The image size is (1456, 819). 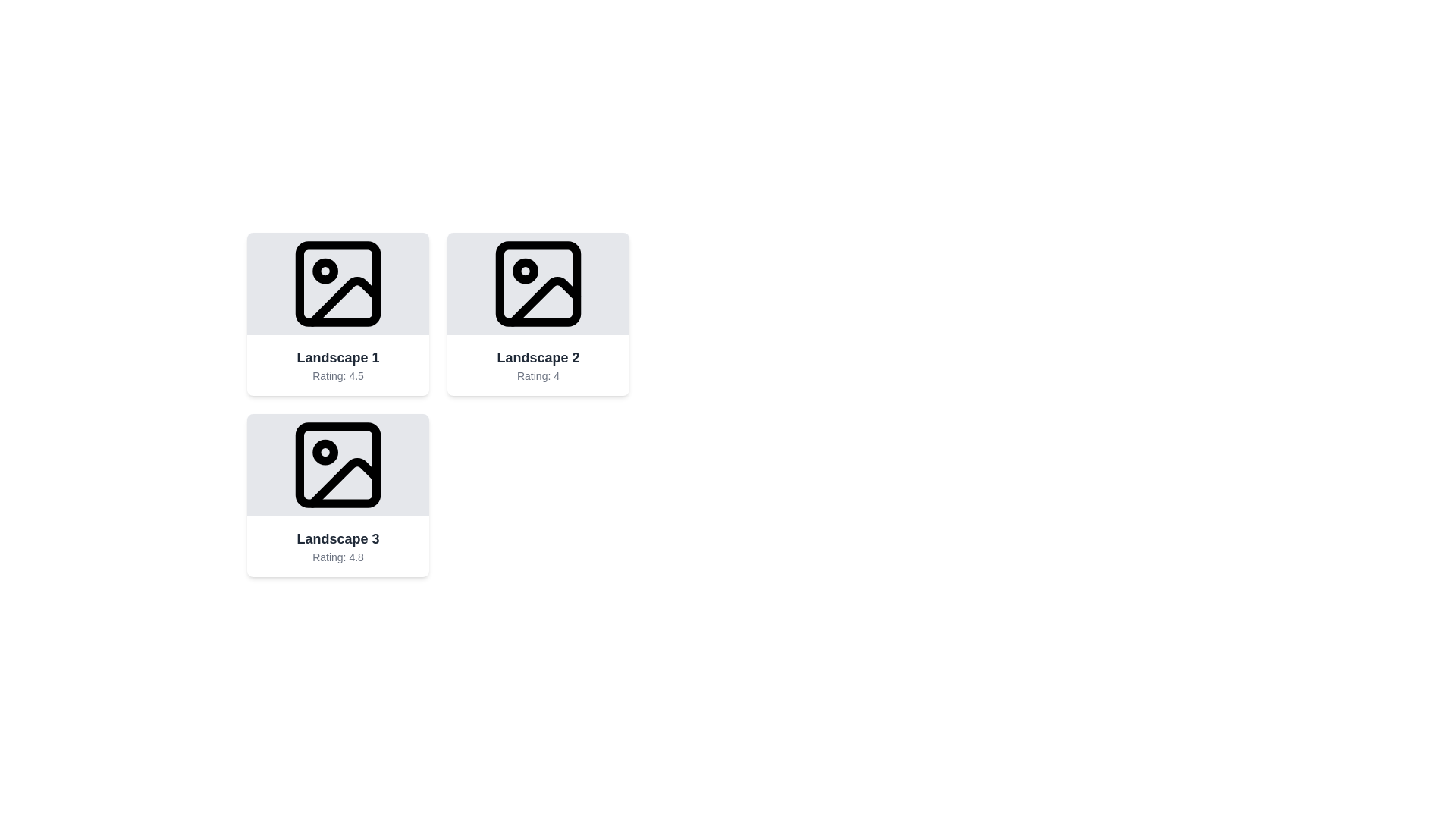 What do you see at coordinates (337, 284) in the screenshot?
I see `decorative graphical element within the 'Landscape 1' icon located at the top-left corner of the grid layout, which has a rating of 4.5, using developer tools` at bounding box center [337, 284].